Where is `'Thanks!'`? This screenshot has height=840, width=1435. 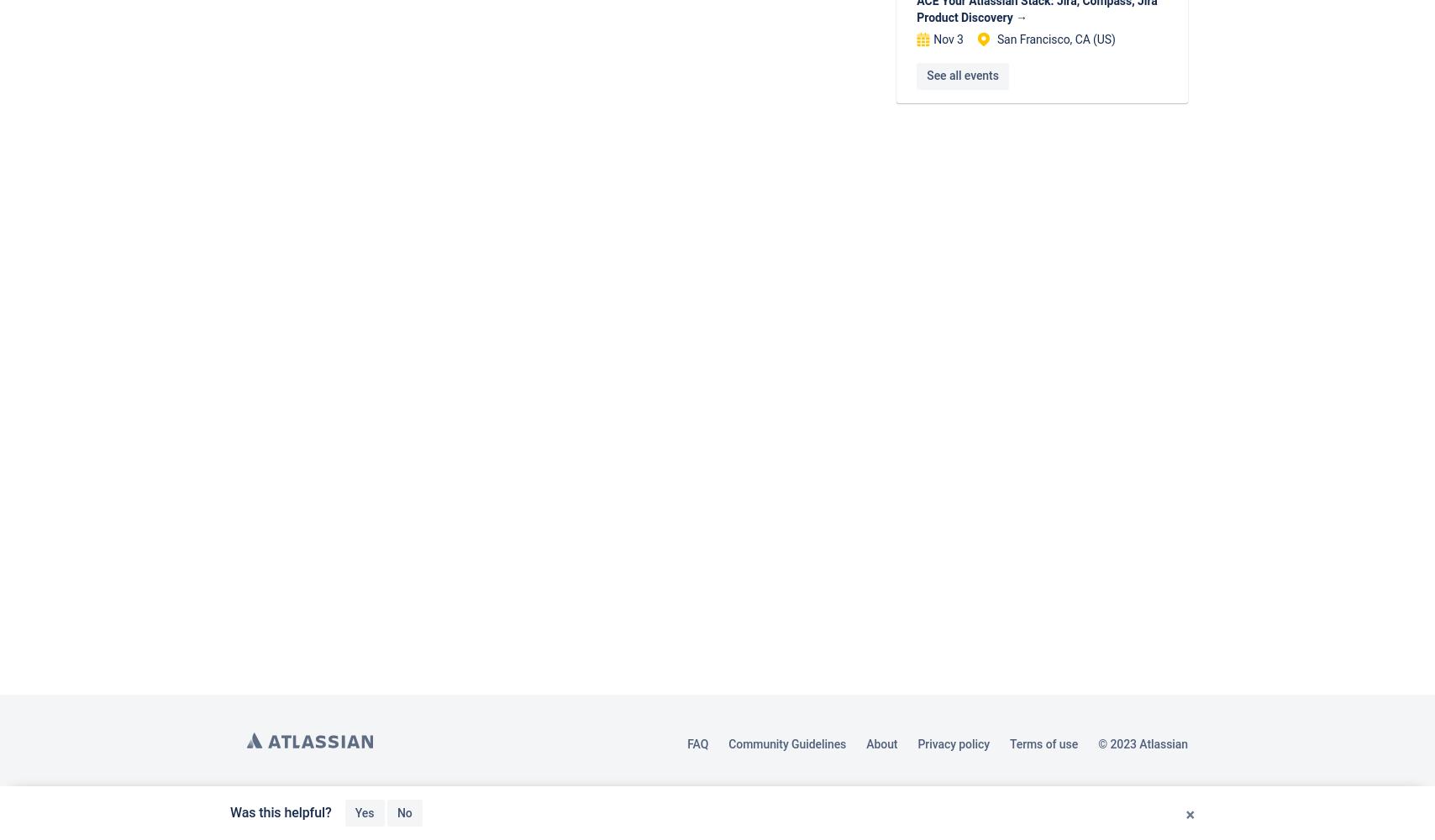
'Thanks!' is located at coordinates (418, 811).